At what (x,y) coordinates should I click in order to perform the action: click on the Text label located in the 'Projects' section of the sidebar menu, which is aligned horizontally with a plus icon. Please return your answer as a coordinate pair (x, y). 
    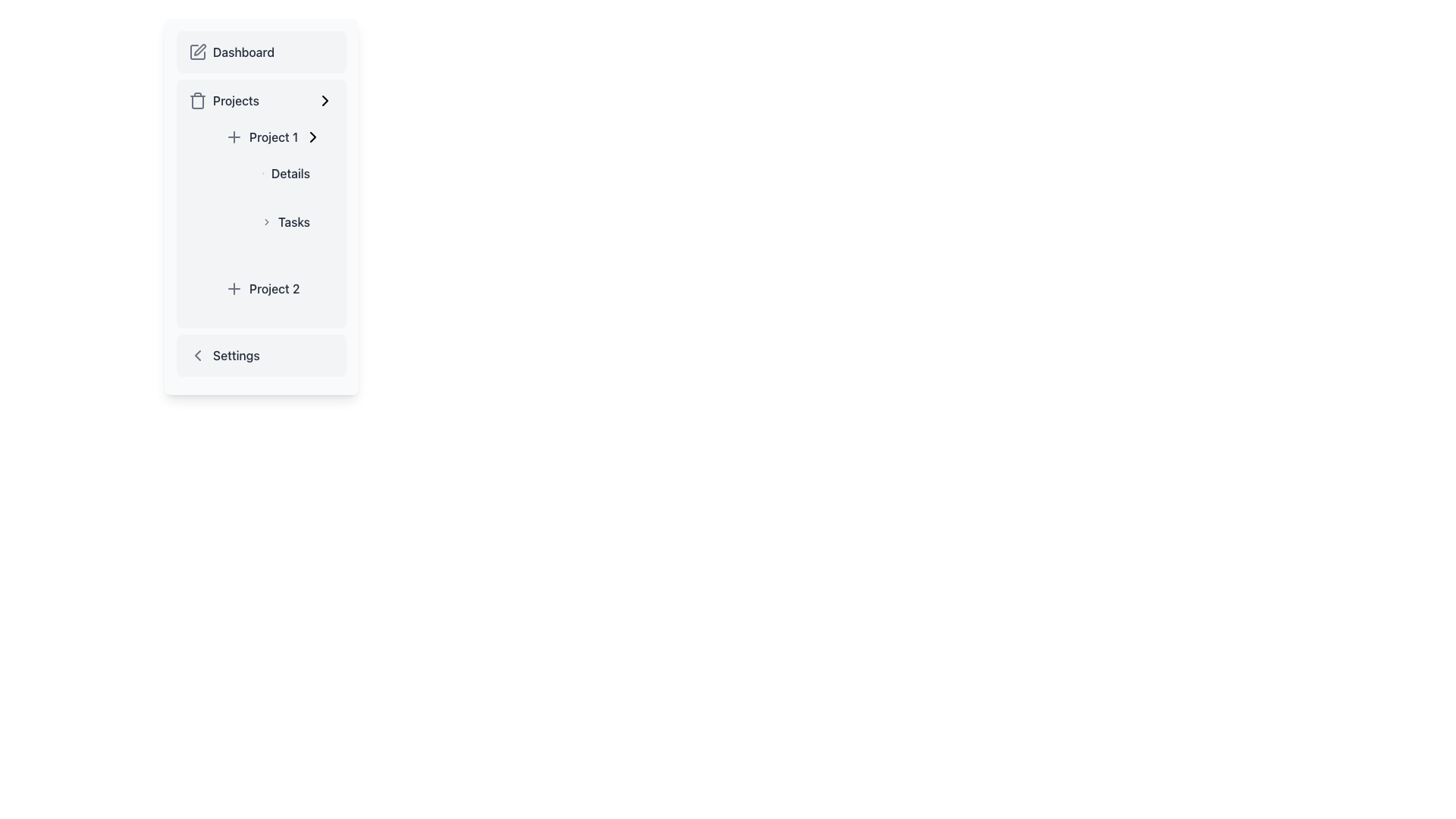
    Looking at the image, I should click on (275, 289).